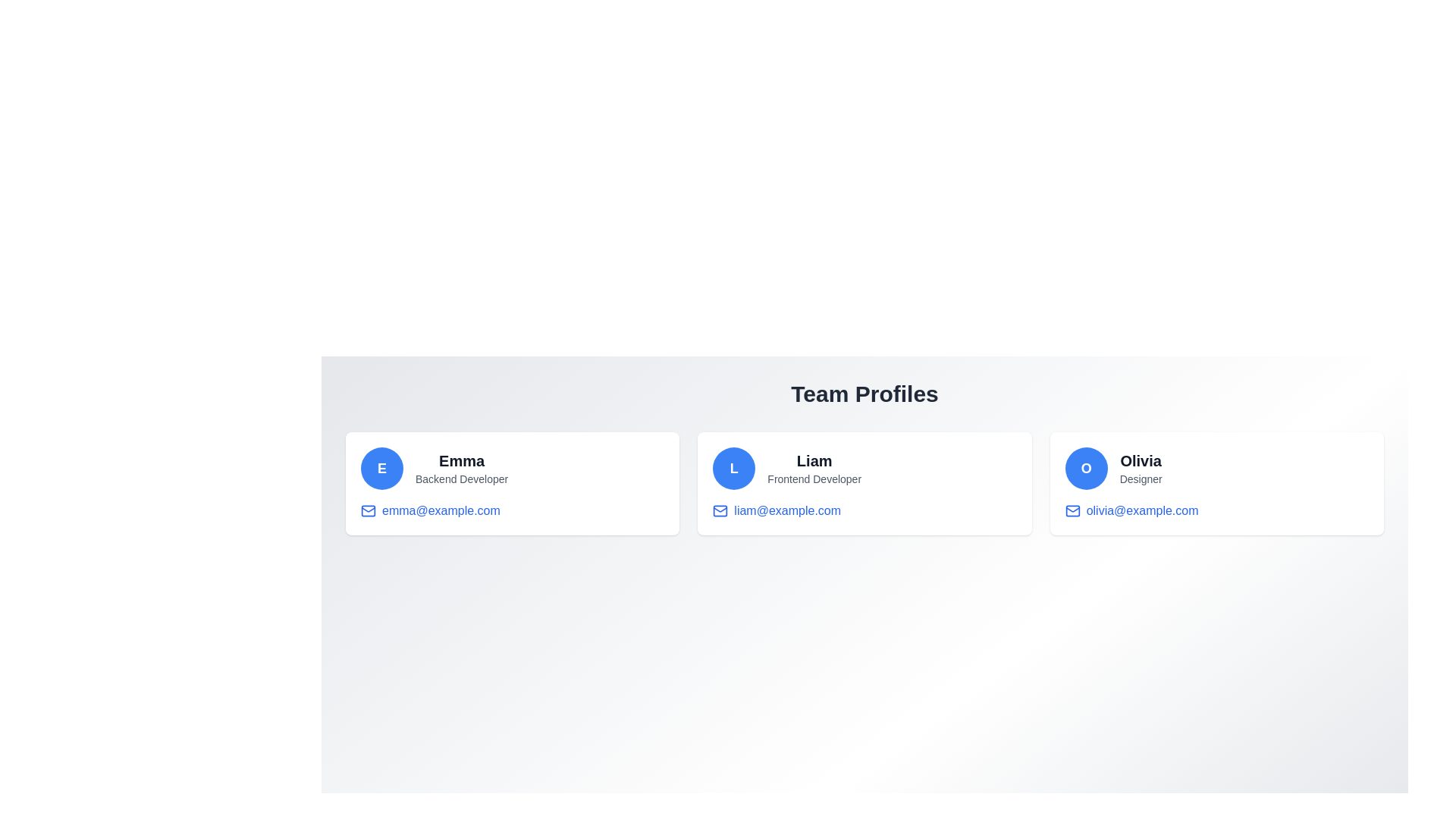 Image resolution: width=1456 pixels, height=819 pixels. What do you see at coordinates (786, 511) in the screenshot?
I see `the text display showing the email address 'liam@example.com' located under the envelope icon in the 'Liam Frontend Developer' contact card` at bounding box center [786, 511].